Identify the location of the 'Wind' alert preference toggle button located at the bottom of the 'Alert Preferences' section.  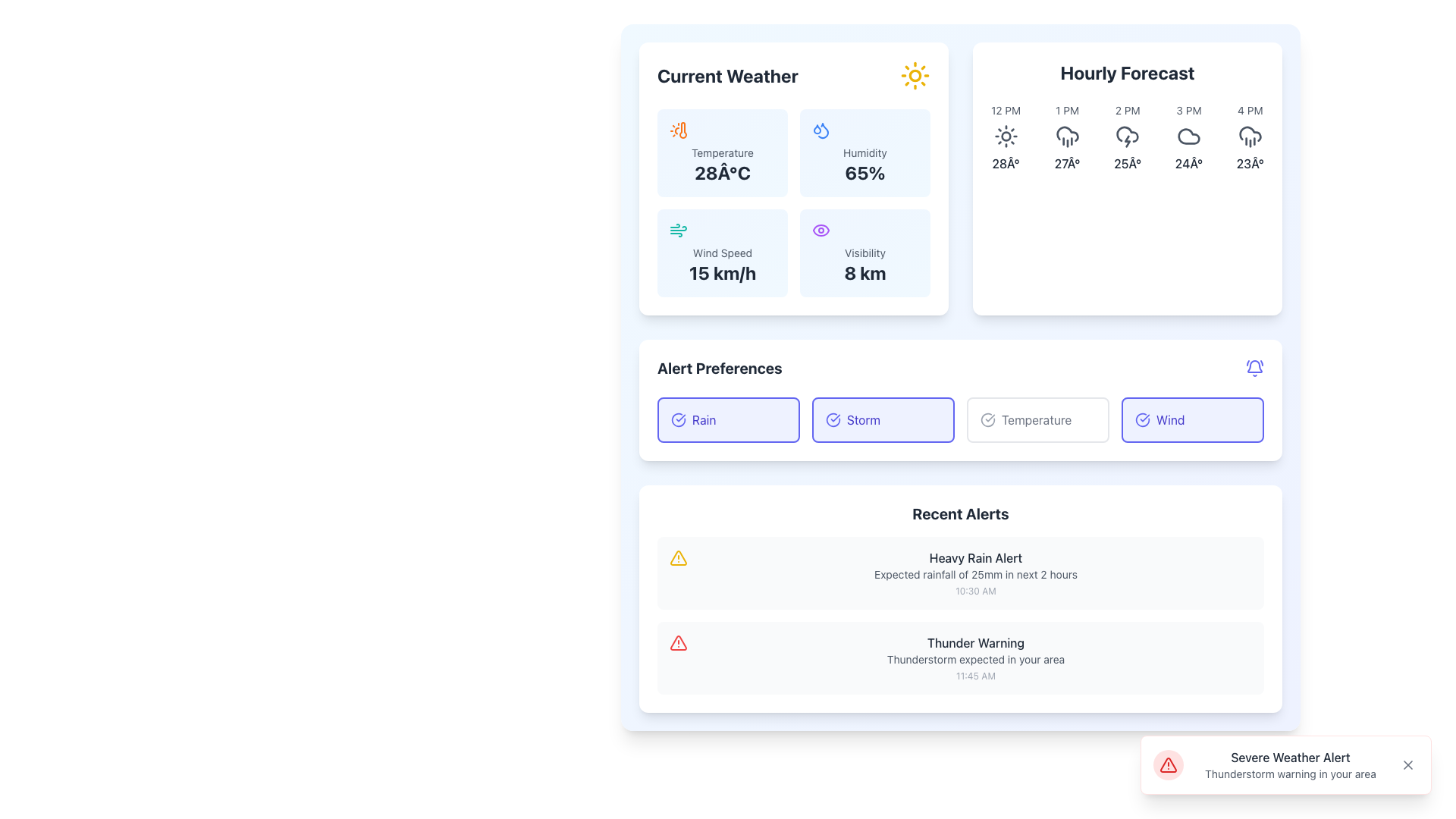
(1192, 420).